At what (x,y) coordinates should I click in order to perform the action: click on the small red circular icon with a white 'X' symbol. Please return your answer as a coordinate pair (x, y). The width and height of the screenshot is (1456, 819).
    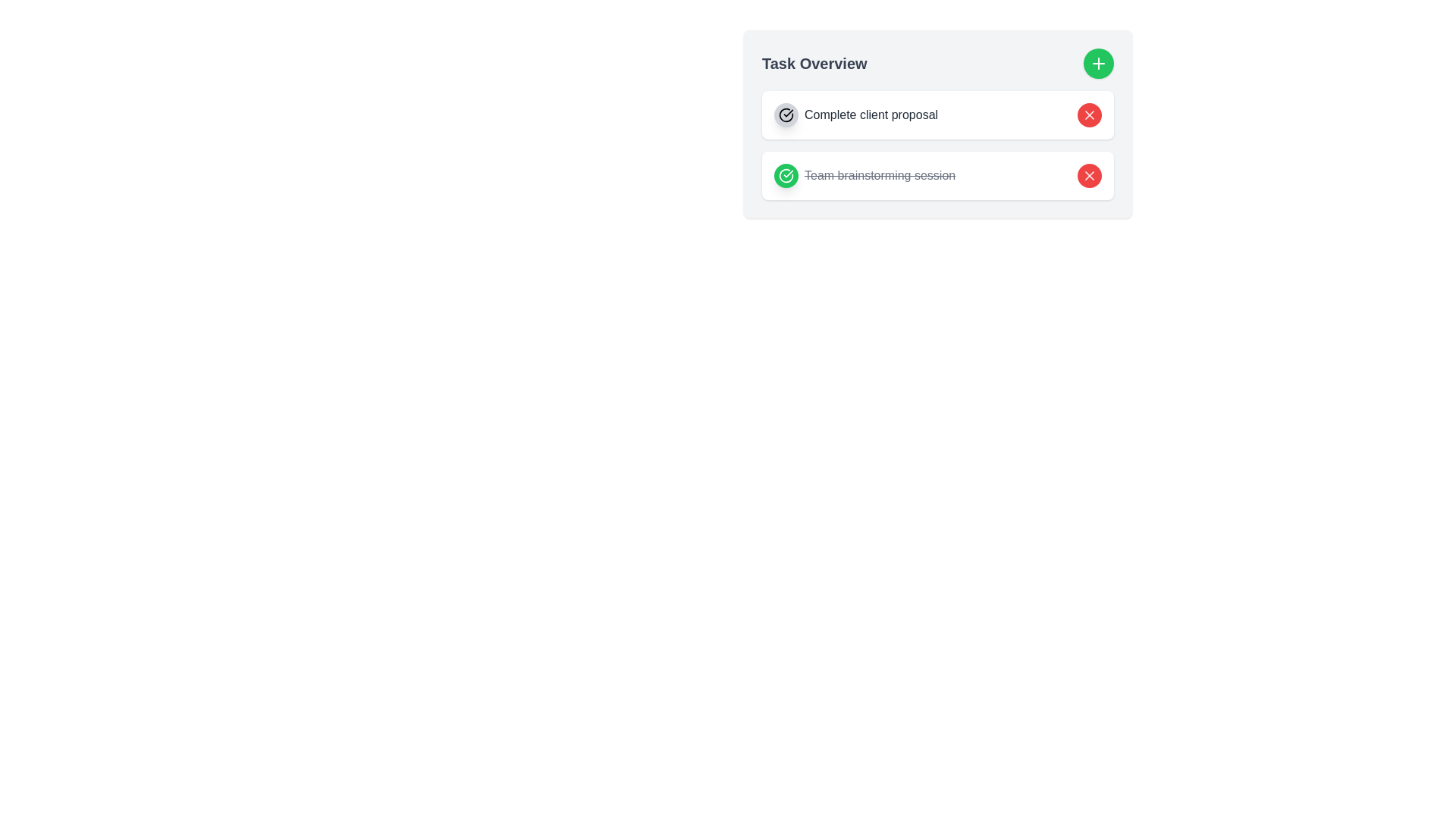
    Looking at the image, I should click on (1088, 174).